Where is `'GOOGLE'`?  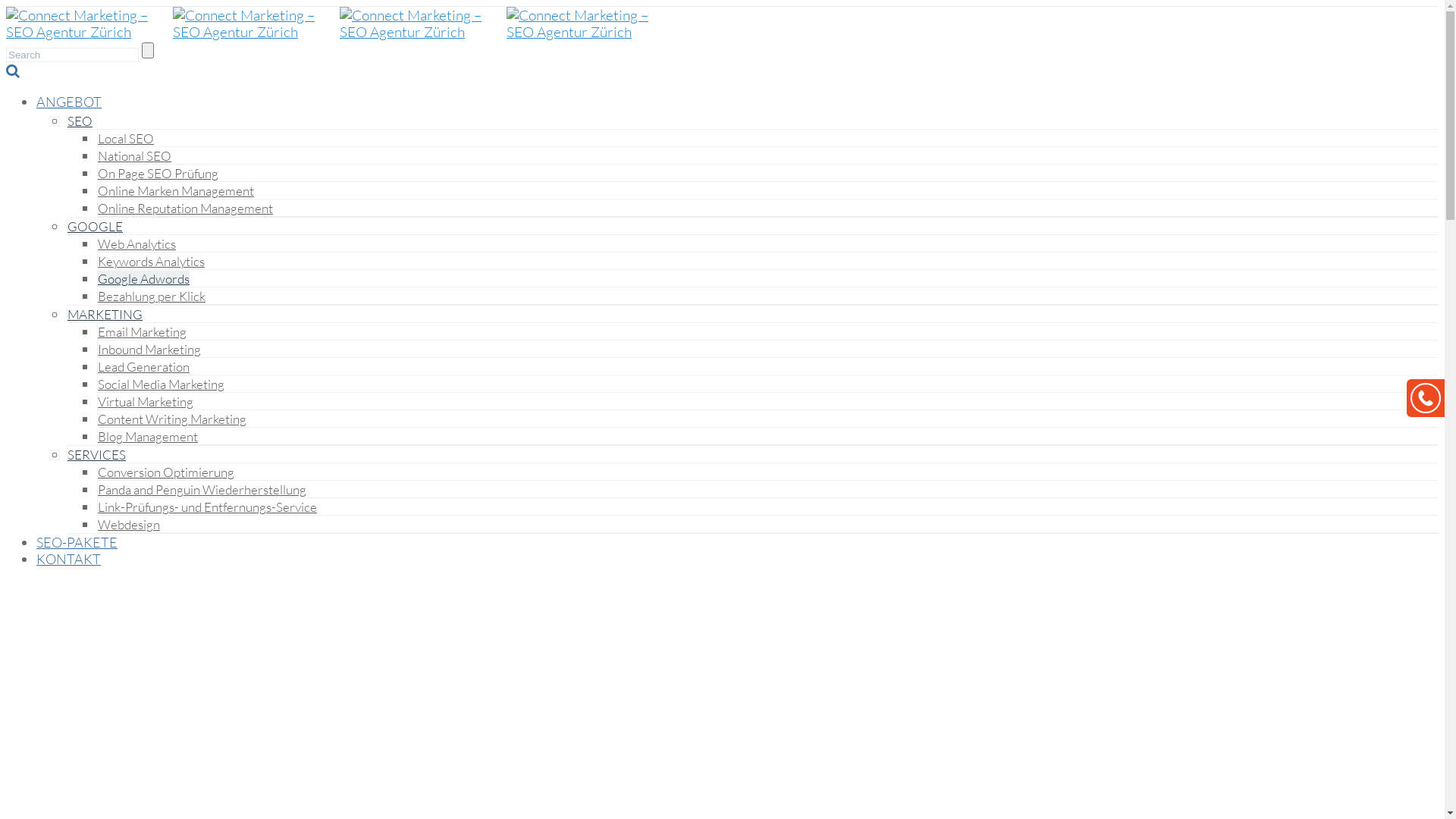 'GOOGLE' is located at coordinates (93, 226).